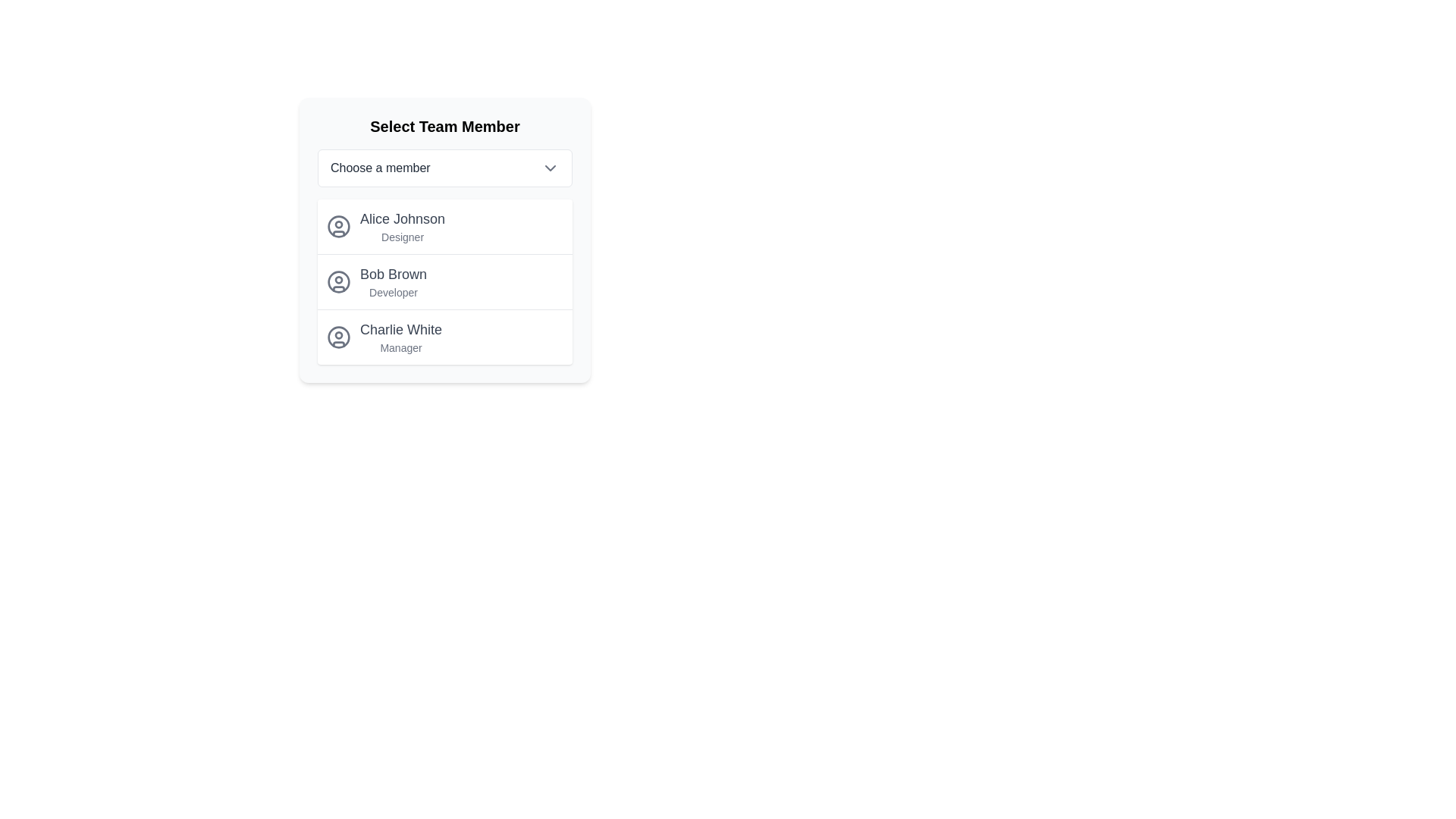 The width and height of the screenshot is (1456, 819). What do you see at coordinates (400, 329) in the screenshot?
I see `the text label that reads 'Charlie White', which is styled in a large, bold font and is the third item in the list under 'Select Team Member'` at bounding box center [400, 329].